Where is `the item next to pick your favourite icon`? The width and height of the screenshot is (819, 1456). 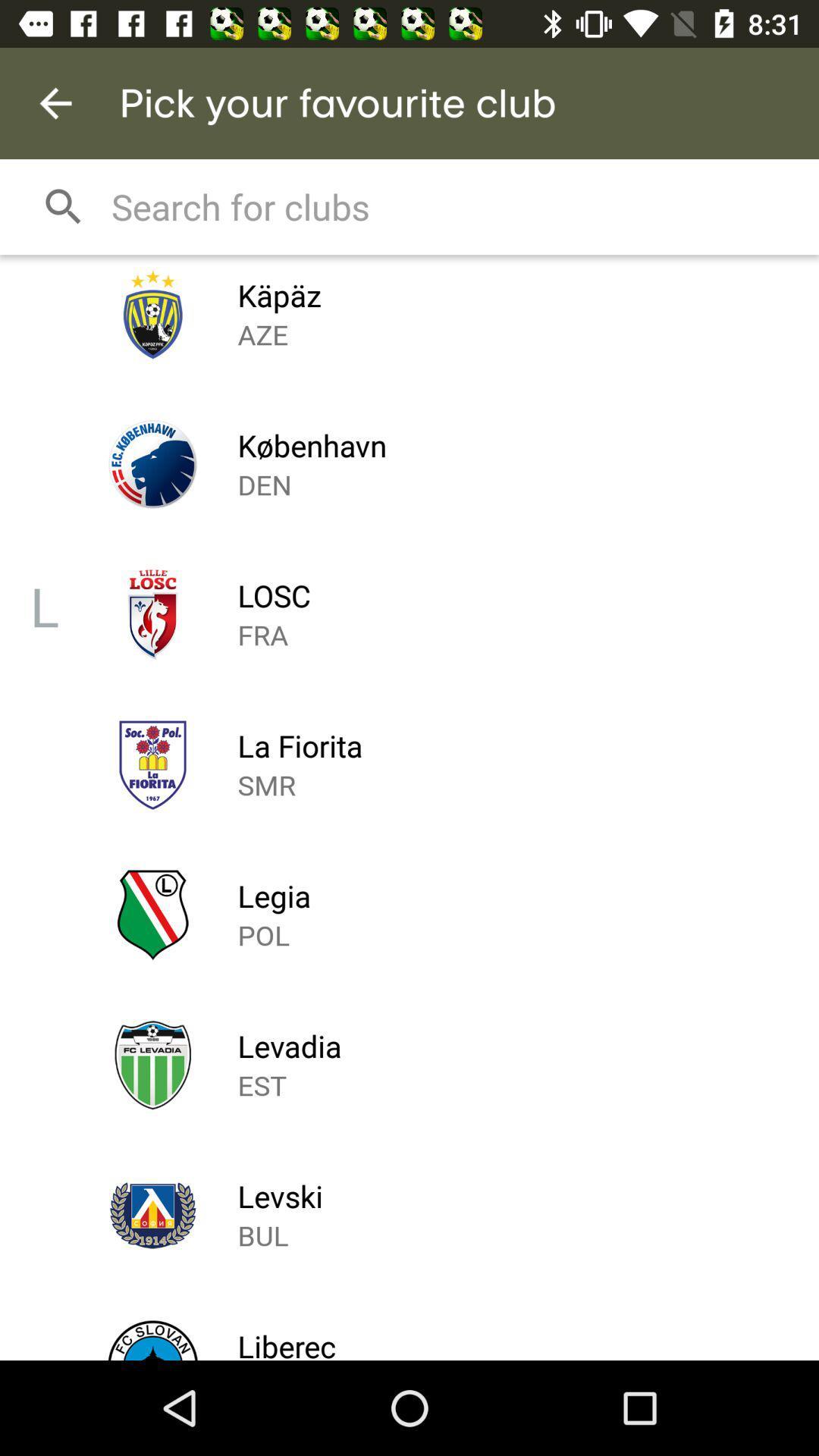
the item next to pick your favourite icon is located at coordinates (55, 102).